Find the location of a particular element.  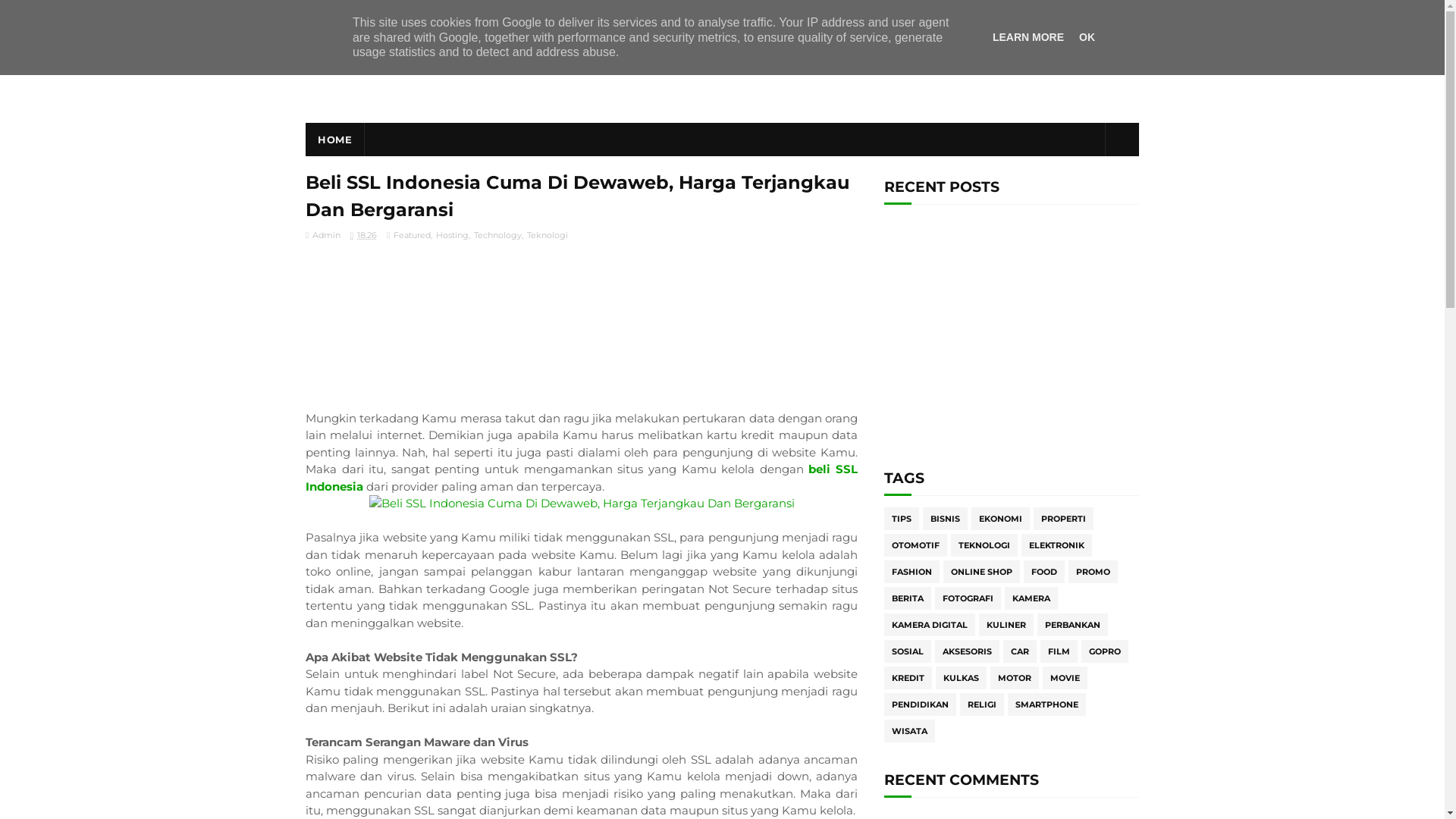

'MOTOR' is located at coordinates (1015, 677).